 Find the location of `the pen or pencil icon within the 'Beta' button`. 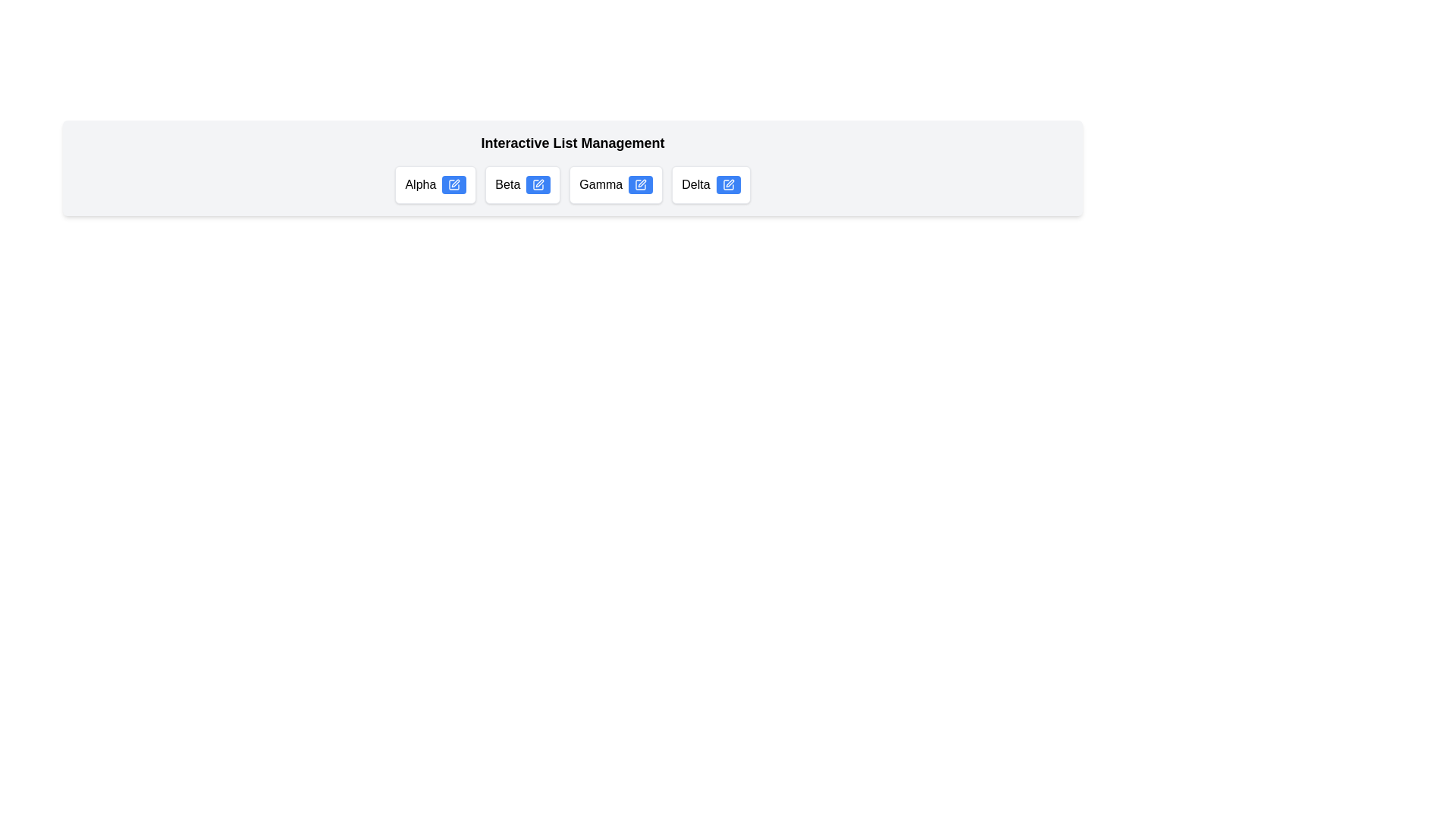

the pen or pencil icon within the 'Beta' button is located at coordinates (538, 184).